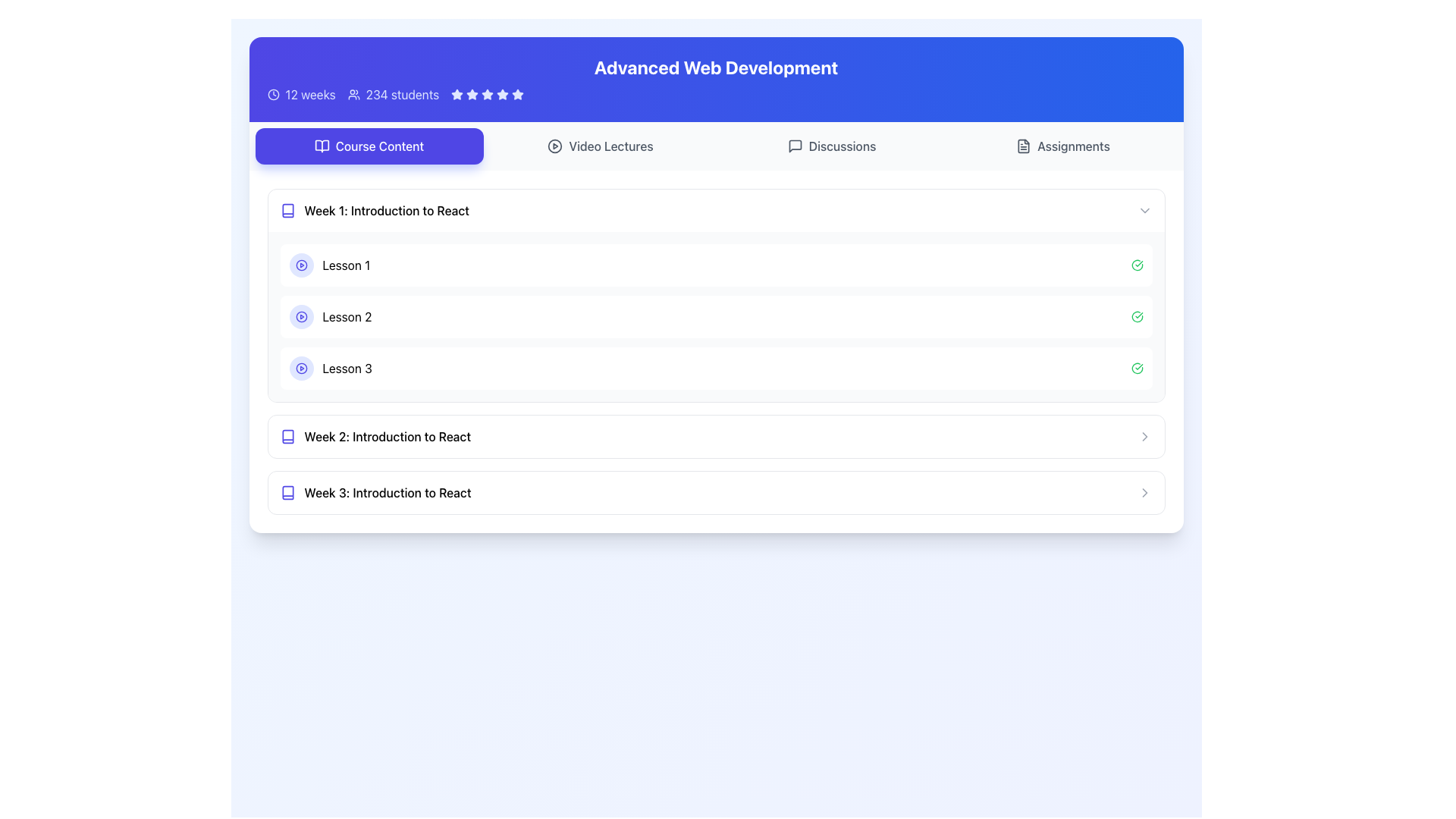  Describe the element at coordinates (518, 94) in the screenshot. I see `the fourth star-shaped rating icon, which is white against a blue background, located near the course title 'Advanced Web Development'` at that location.